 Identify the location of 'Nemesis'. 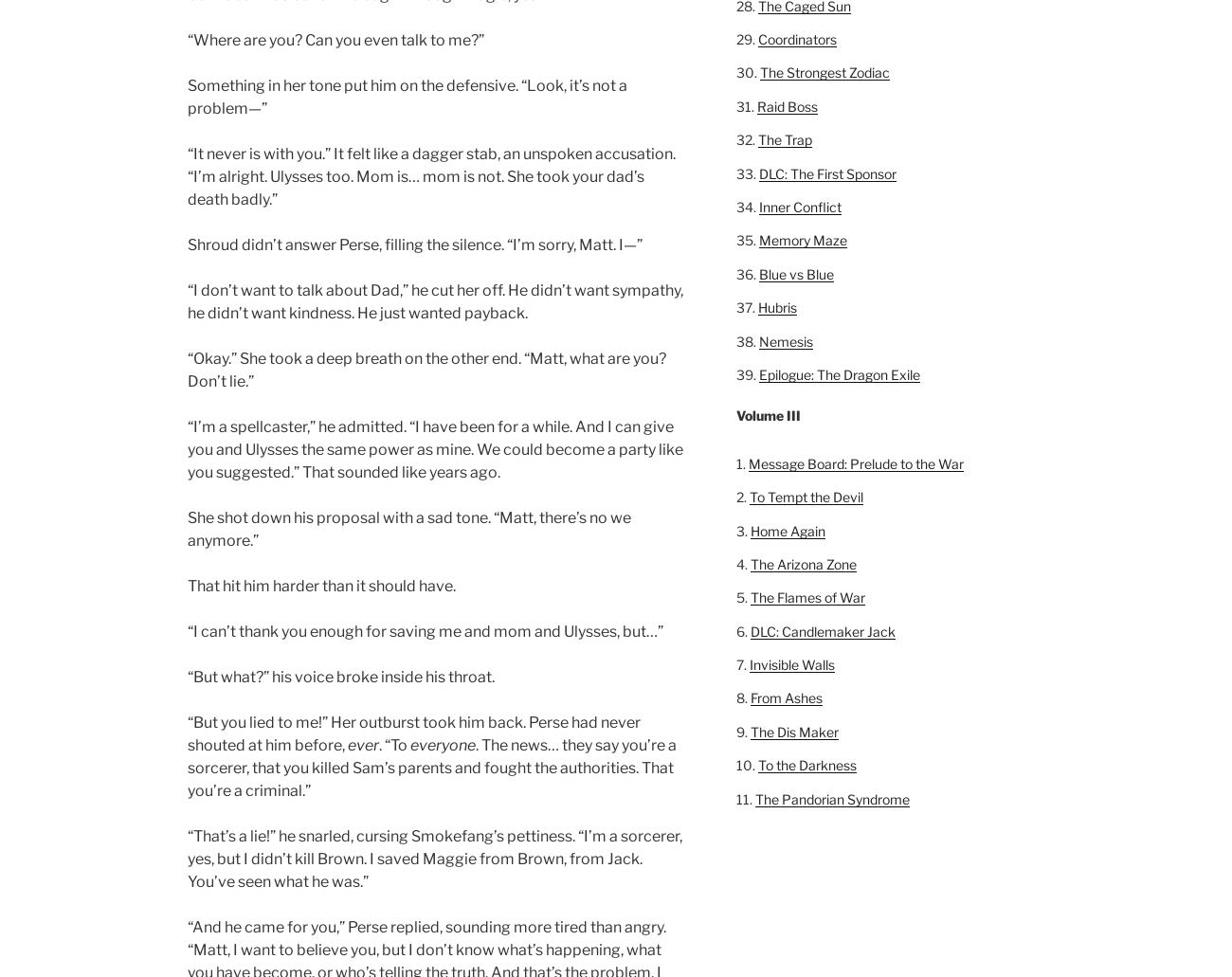
(785, 339).